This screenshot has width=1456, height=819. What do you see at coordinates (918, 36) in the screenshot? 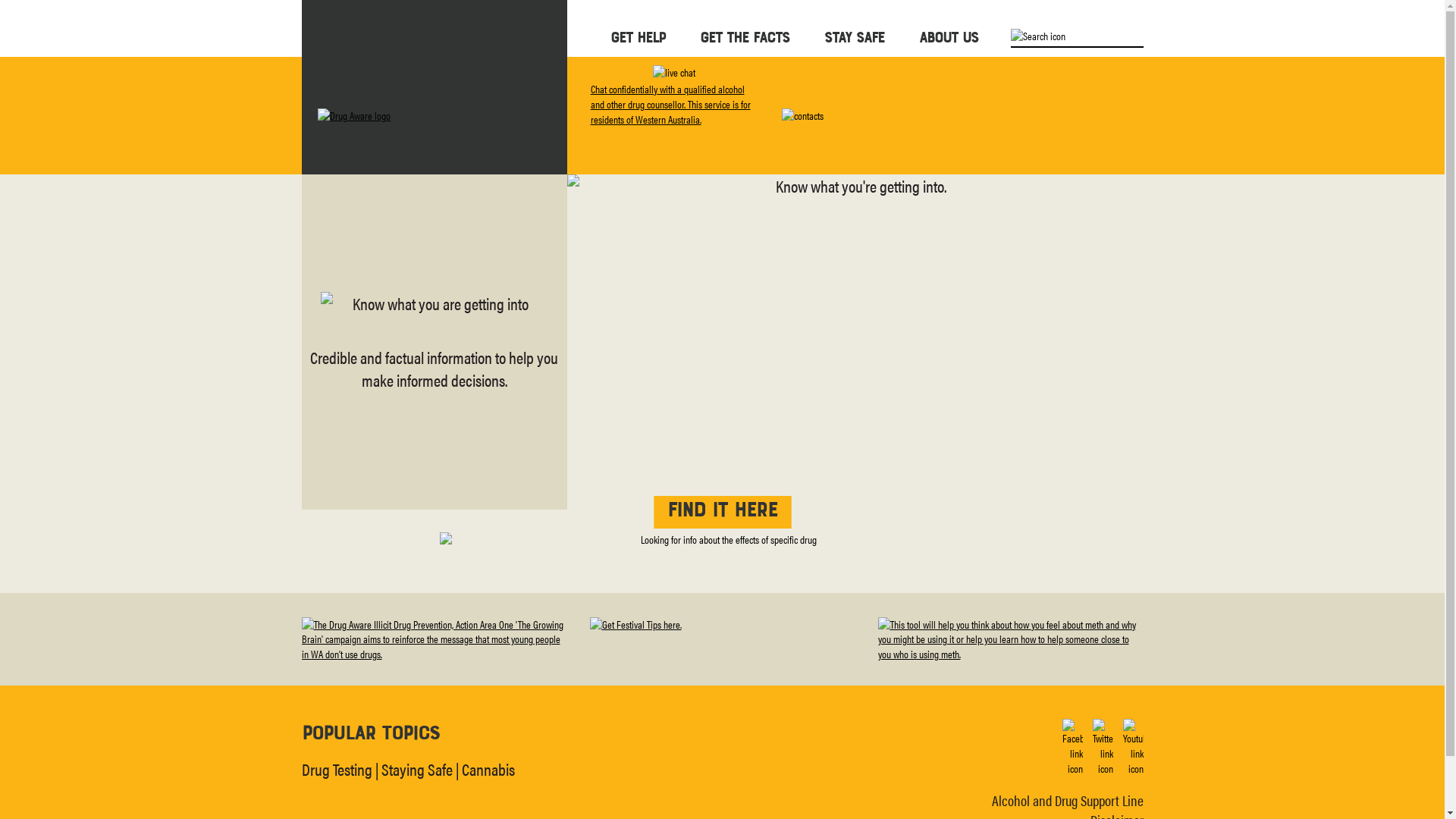
I see `'ABOUT US'` at bounding box center [918, 36].